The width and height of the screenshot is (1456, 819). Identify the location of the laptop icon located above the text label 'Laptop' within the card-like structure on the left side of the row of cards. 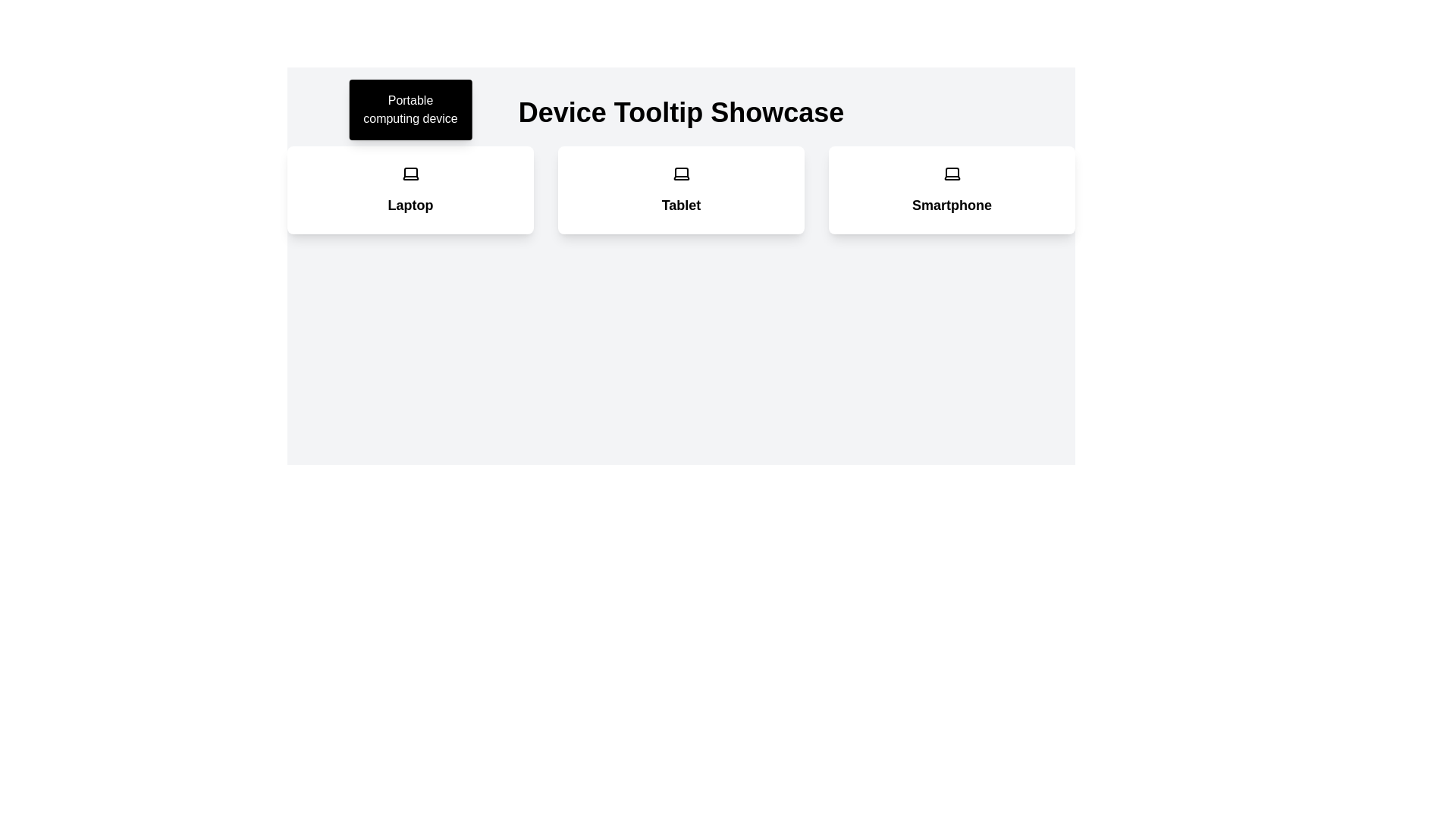
(410, 173).